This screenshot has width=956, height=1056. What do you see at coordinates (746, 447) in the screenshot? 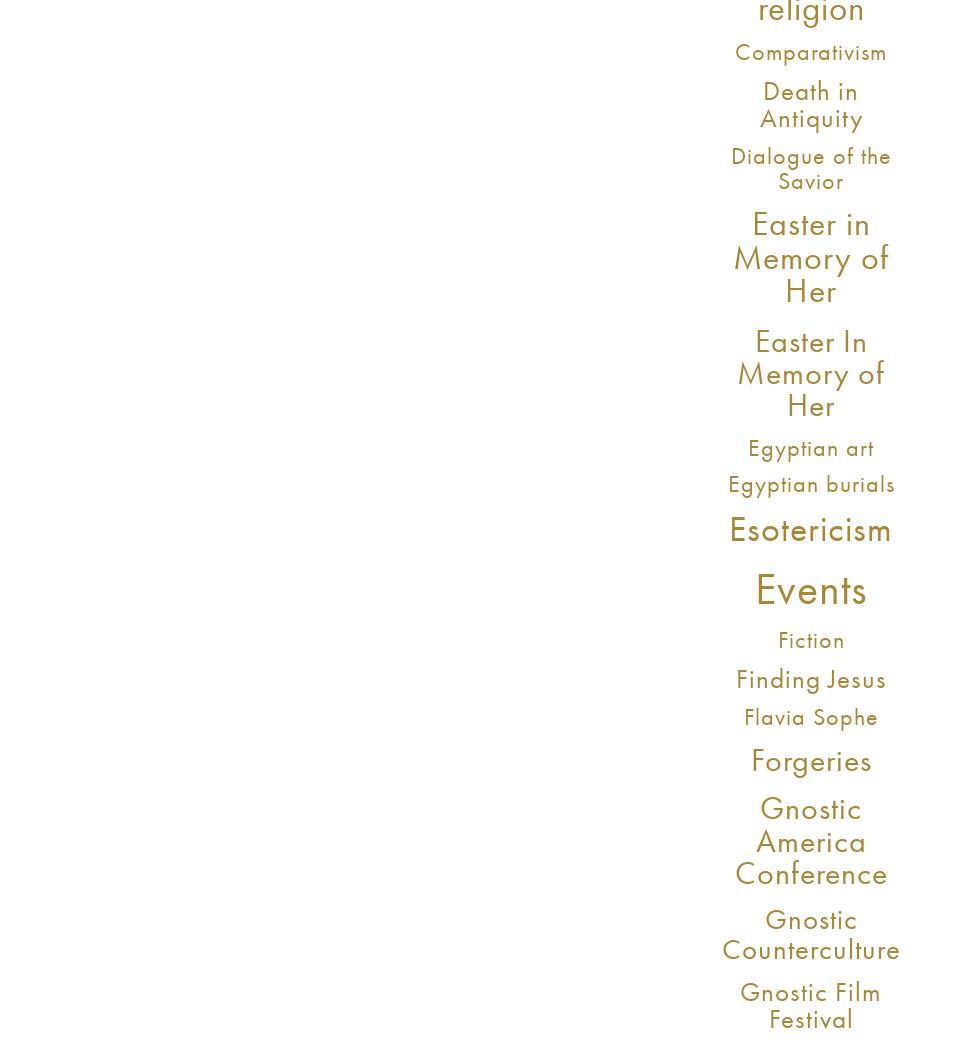
I see `'Egyptian art'` at bounding box center [746, 447].